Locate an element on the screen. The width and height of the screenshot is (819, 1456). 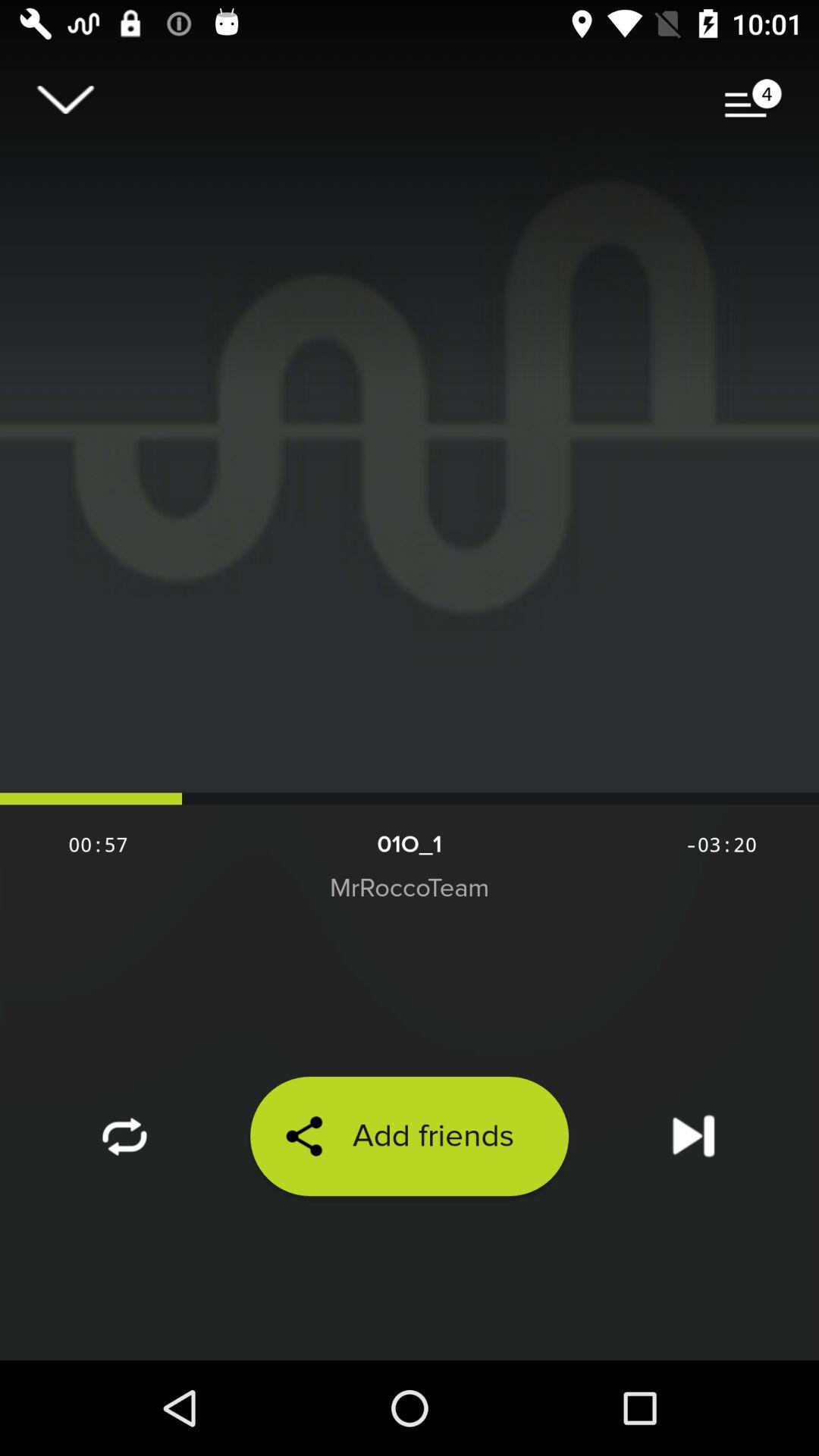
the skip_next icon is located at coordinates (693, 1216).